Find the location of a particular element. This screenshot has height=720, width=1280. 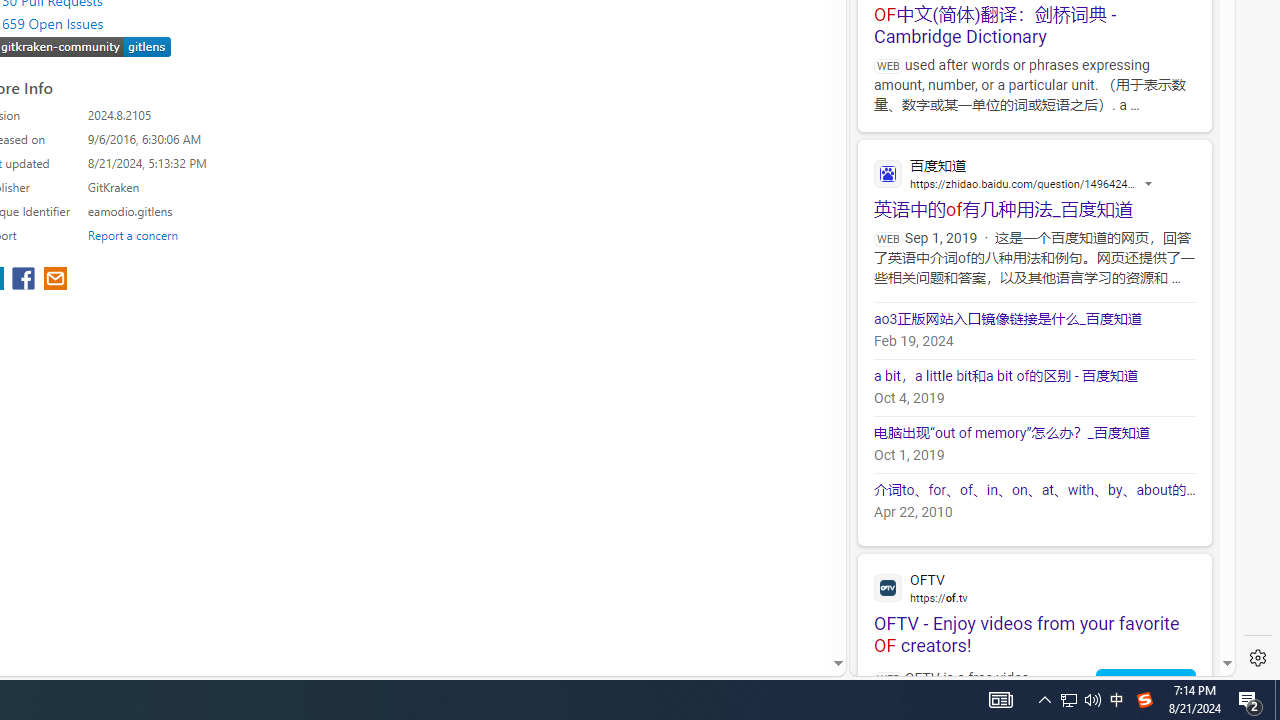

'OFTV' is located at coordinates (1034, 586).